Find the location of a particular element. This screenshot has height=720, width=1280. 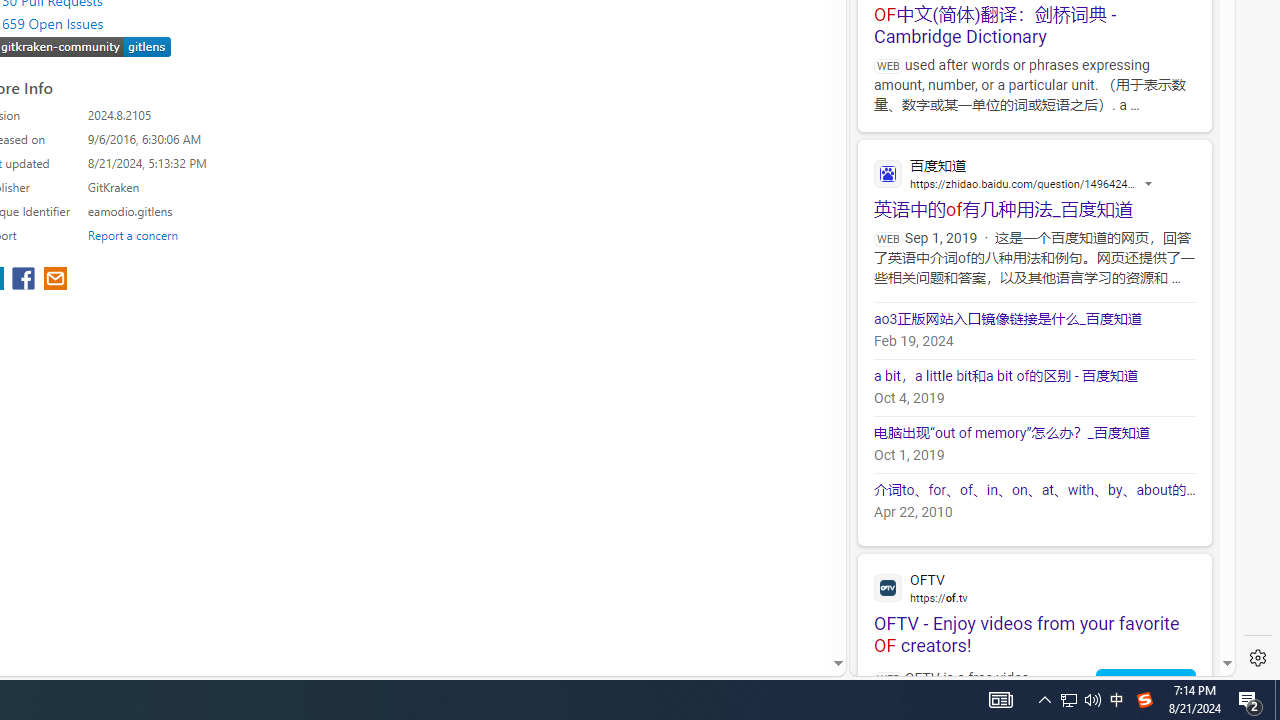

'OFTV' is located at coordinates (1034, 586).